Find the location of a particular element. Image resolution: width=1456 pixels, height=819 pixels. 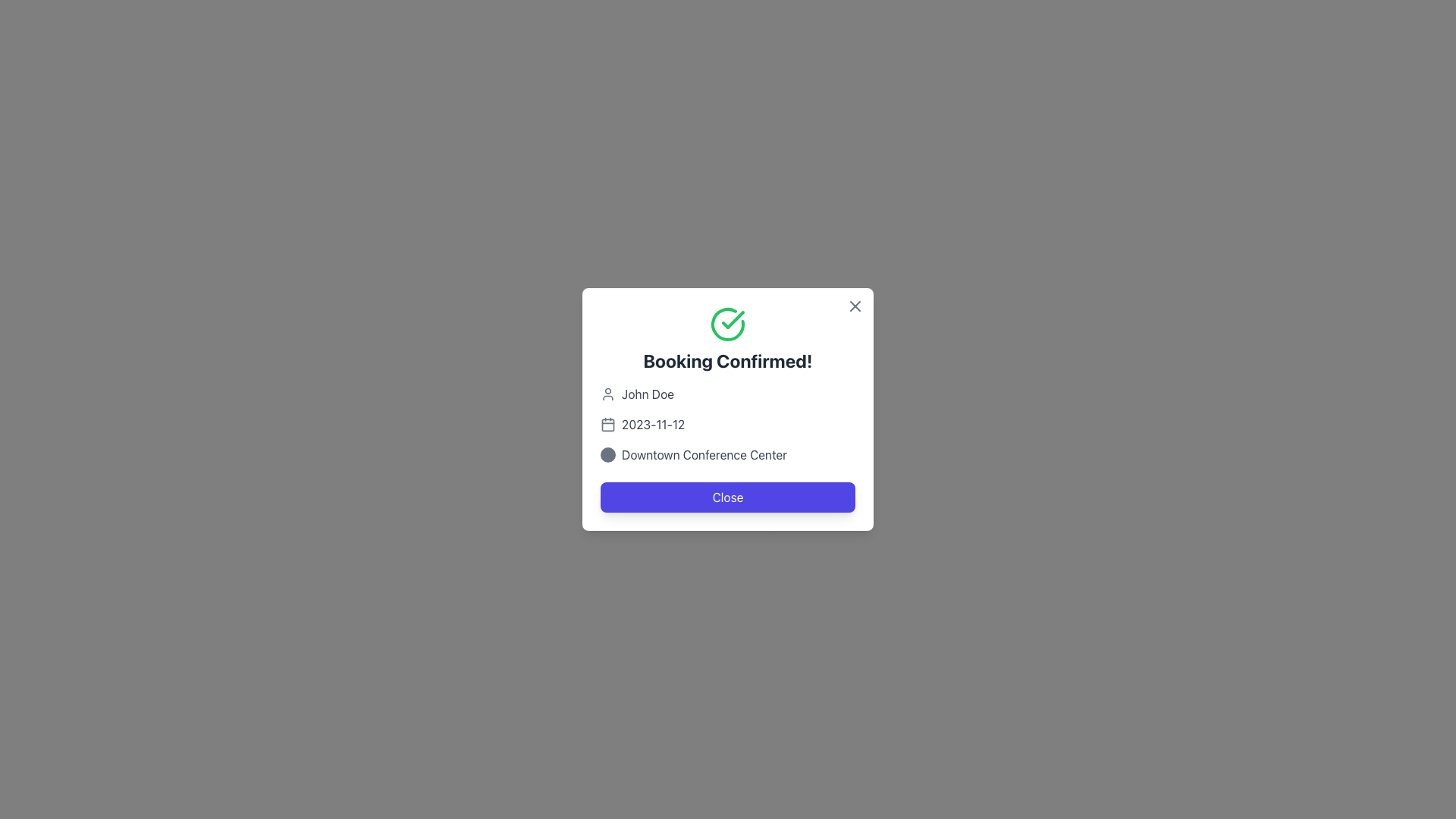

the close button in the top-right corner of the modal window is located at coordinates (855, 306).